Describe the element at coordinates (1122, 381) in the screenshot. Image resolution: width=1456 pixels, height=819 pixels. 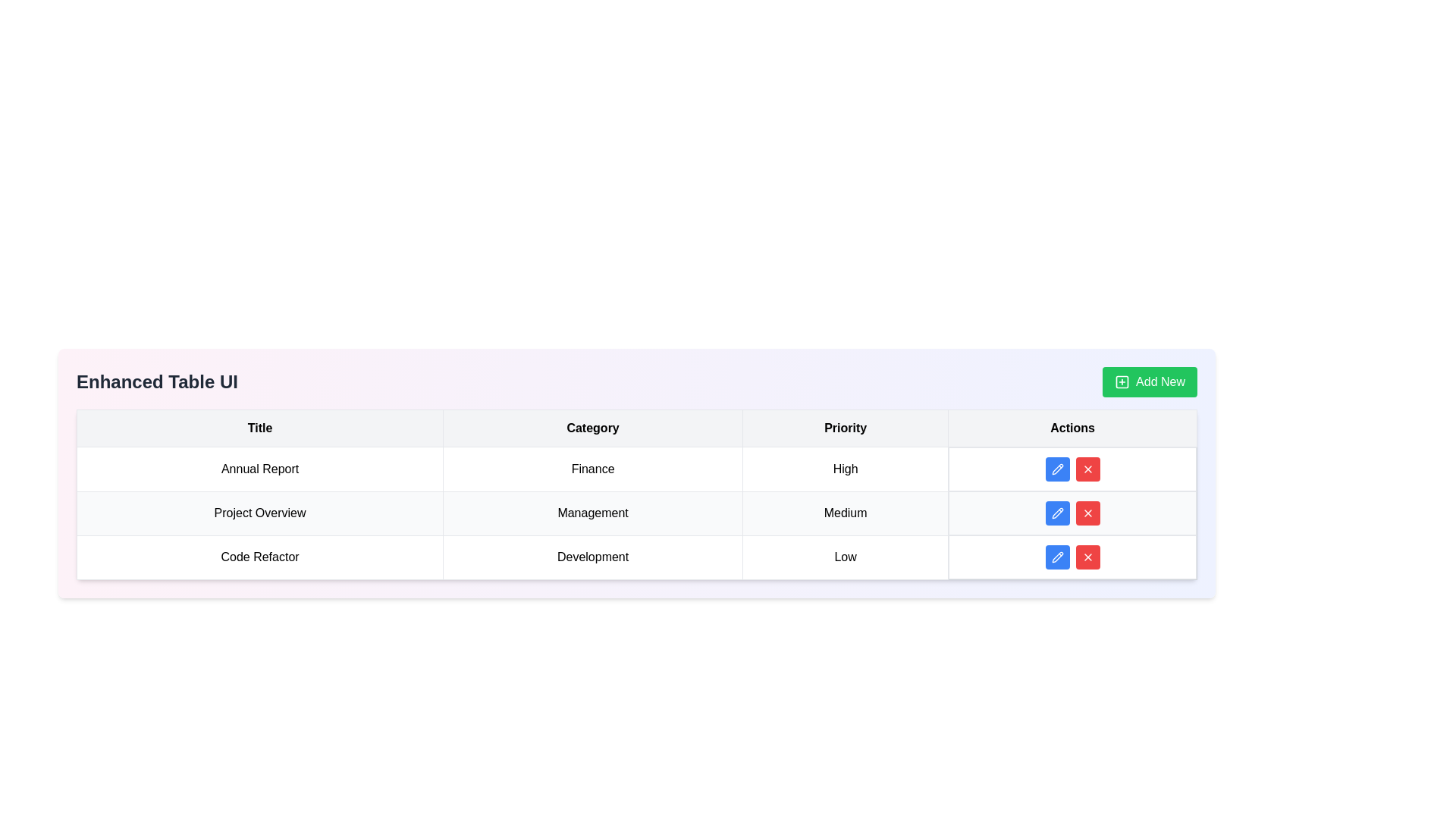
I see `the icon representing the action to add new content, located within the 'Add New' button at the top-right corner of the main interface` at that location.